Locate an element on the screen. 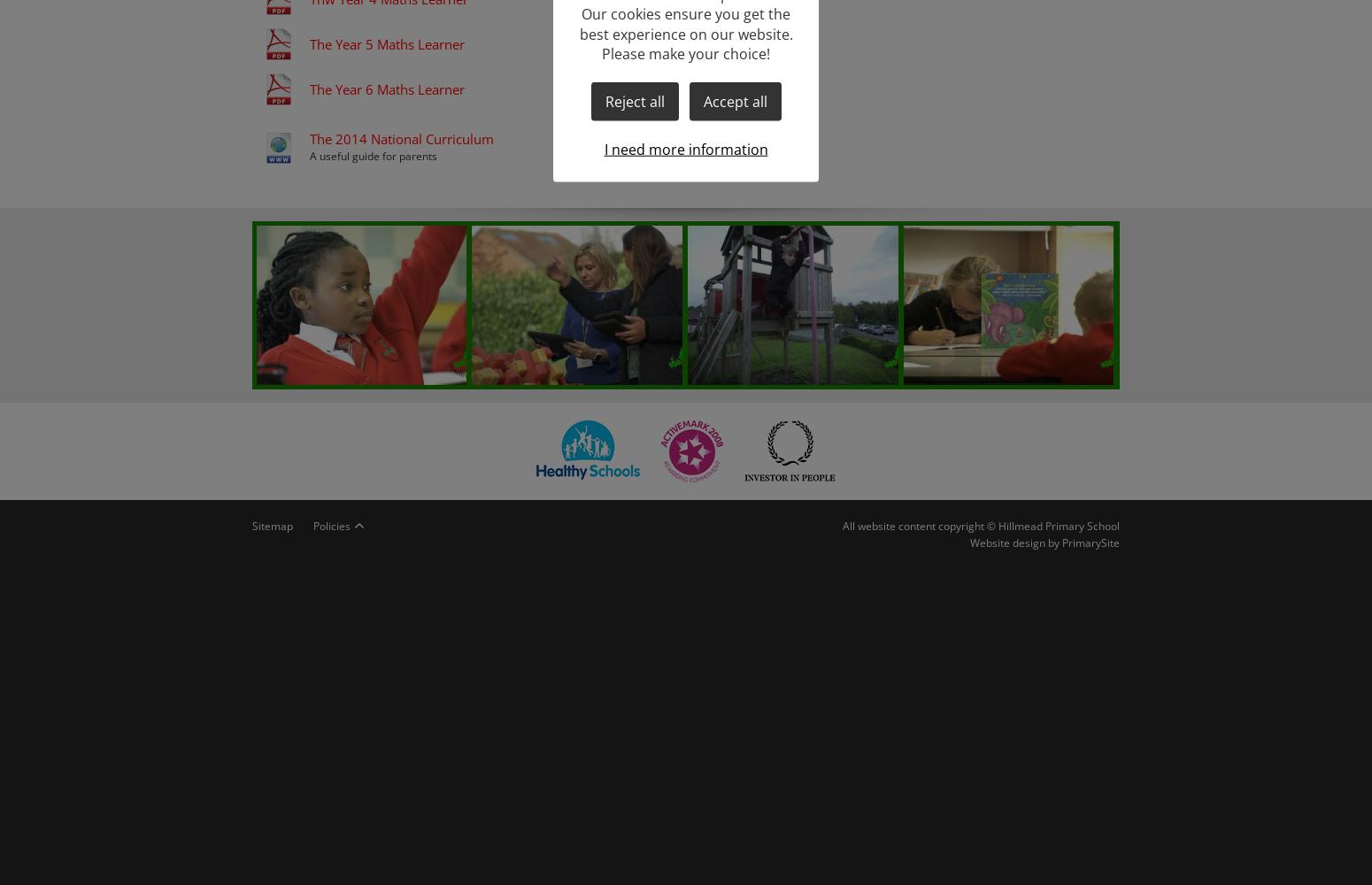  'A useful guide for parents' is located at coordinates (374, 156).